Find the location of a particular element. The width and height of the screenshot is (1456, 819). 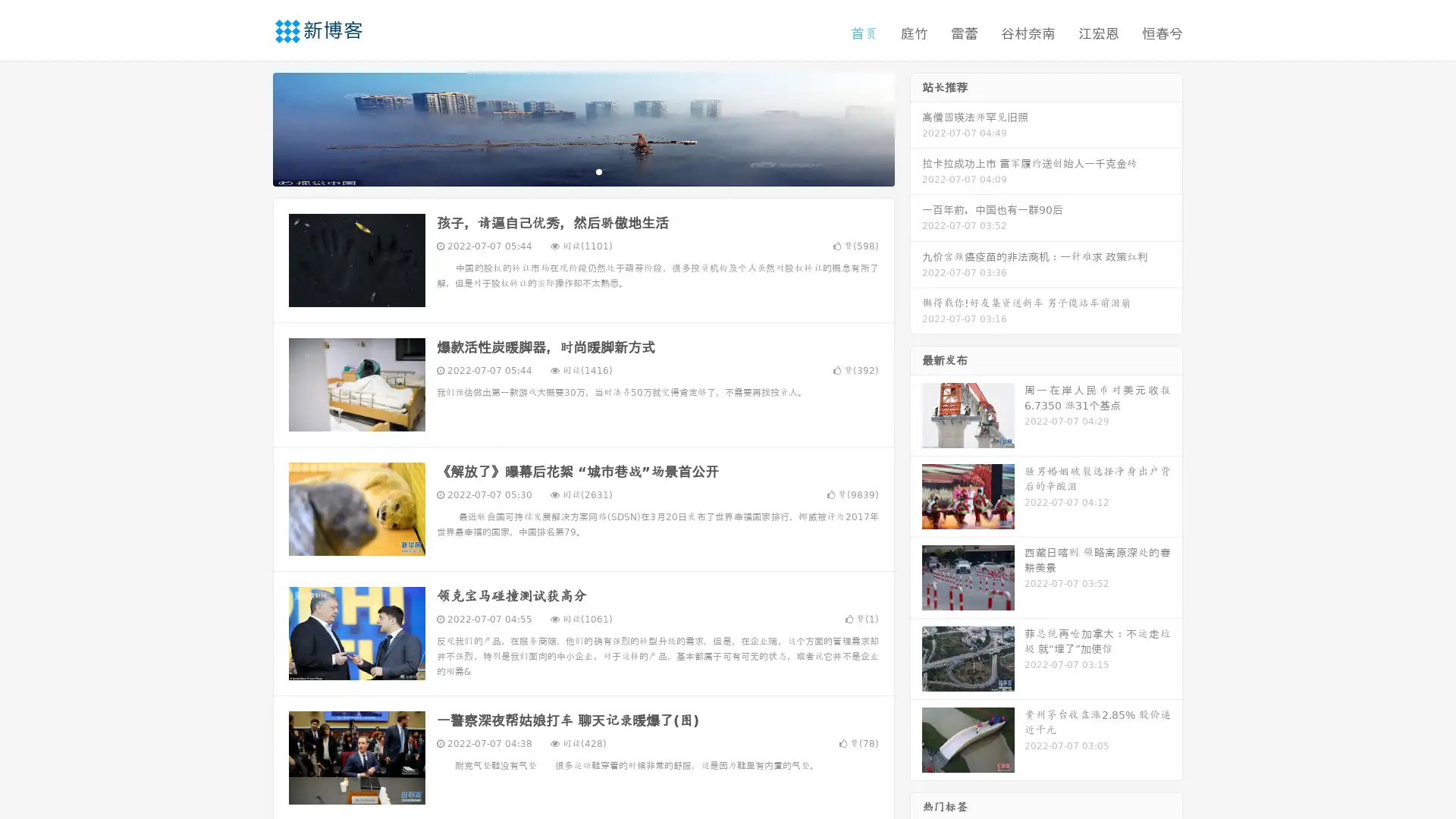

Go to slide 1 is located at coordinates (567, 171).